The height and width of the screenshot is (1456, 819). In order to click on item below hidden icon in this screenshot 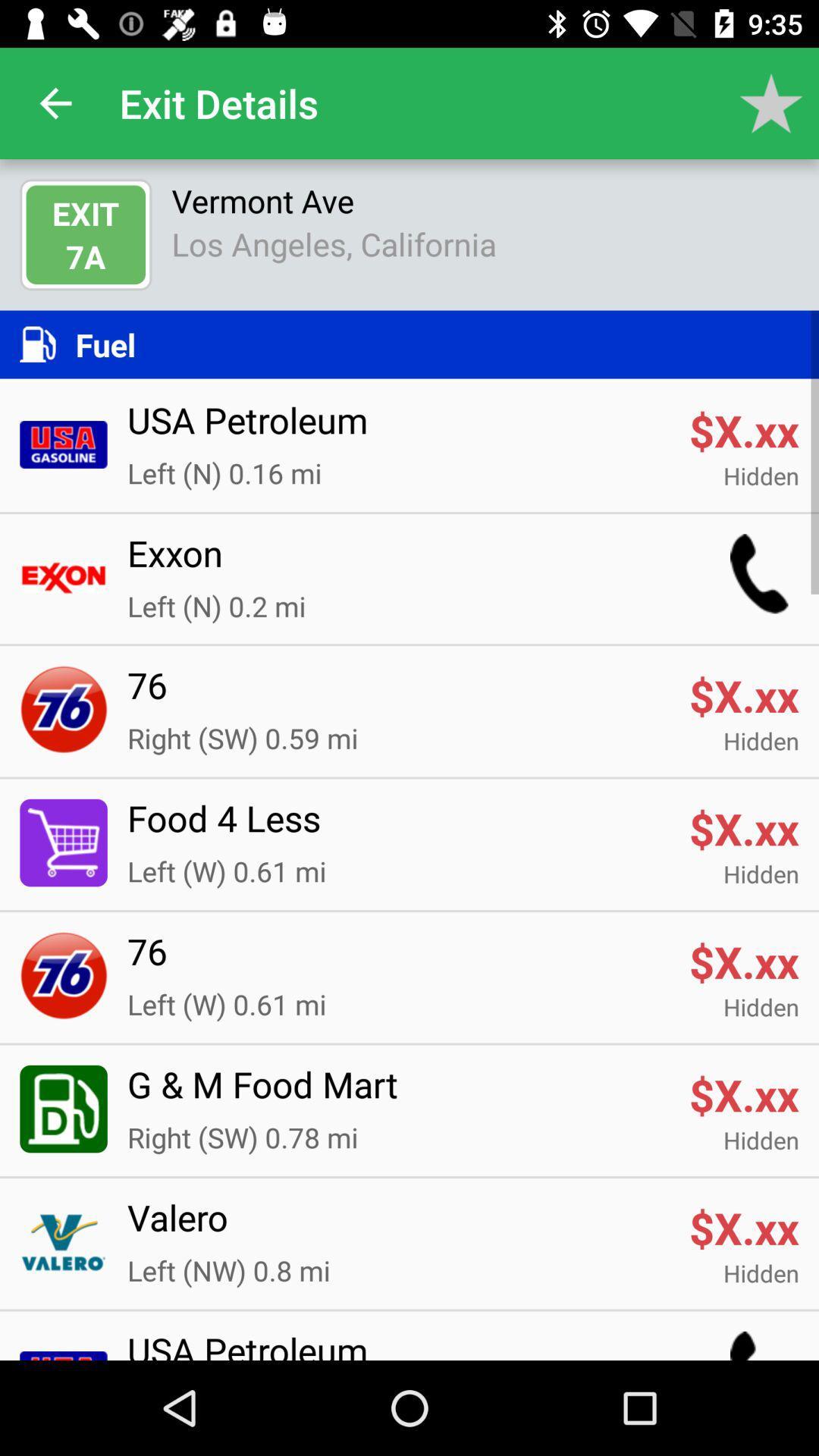, I will do `click(397, 827)`.